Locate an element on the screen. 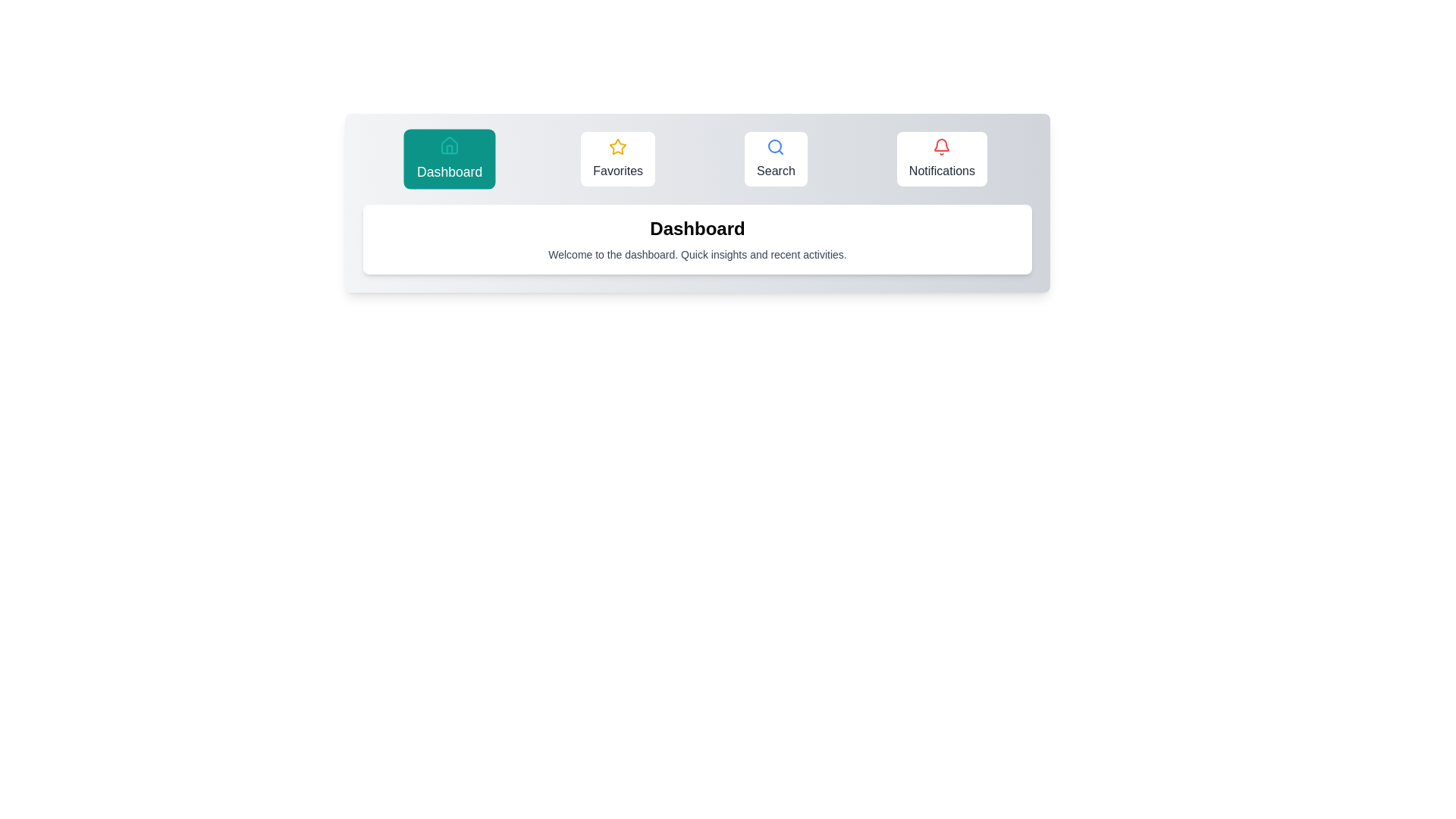 The image size is (1456, 819). the Favorites tab by clicking on its button is located at coordinates (618, 158).